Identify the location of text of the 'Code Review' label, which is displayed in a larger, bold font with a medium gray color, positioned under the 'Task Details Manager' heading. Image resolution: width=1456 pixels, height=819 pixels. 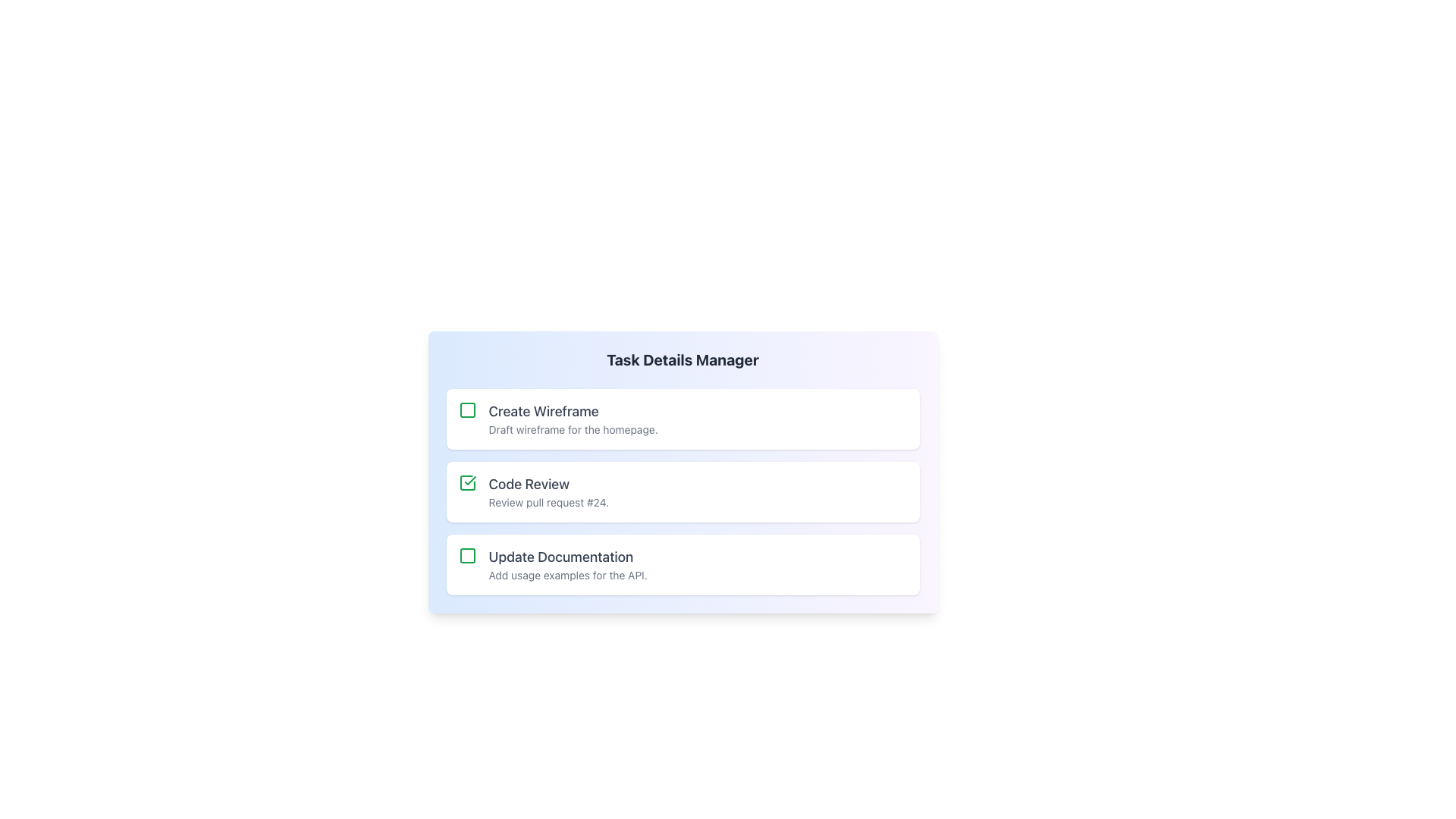
(548, 485).